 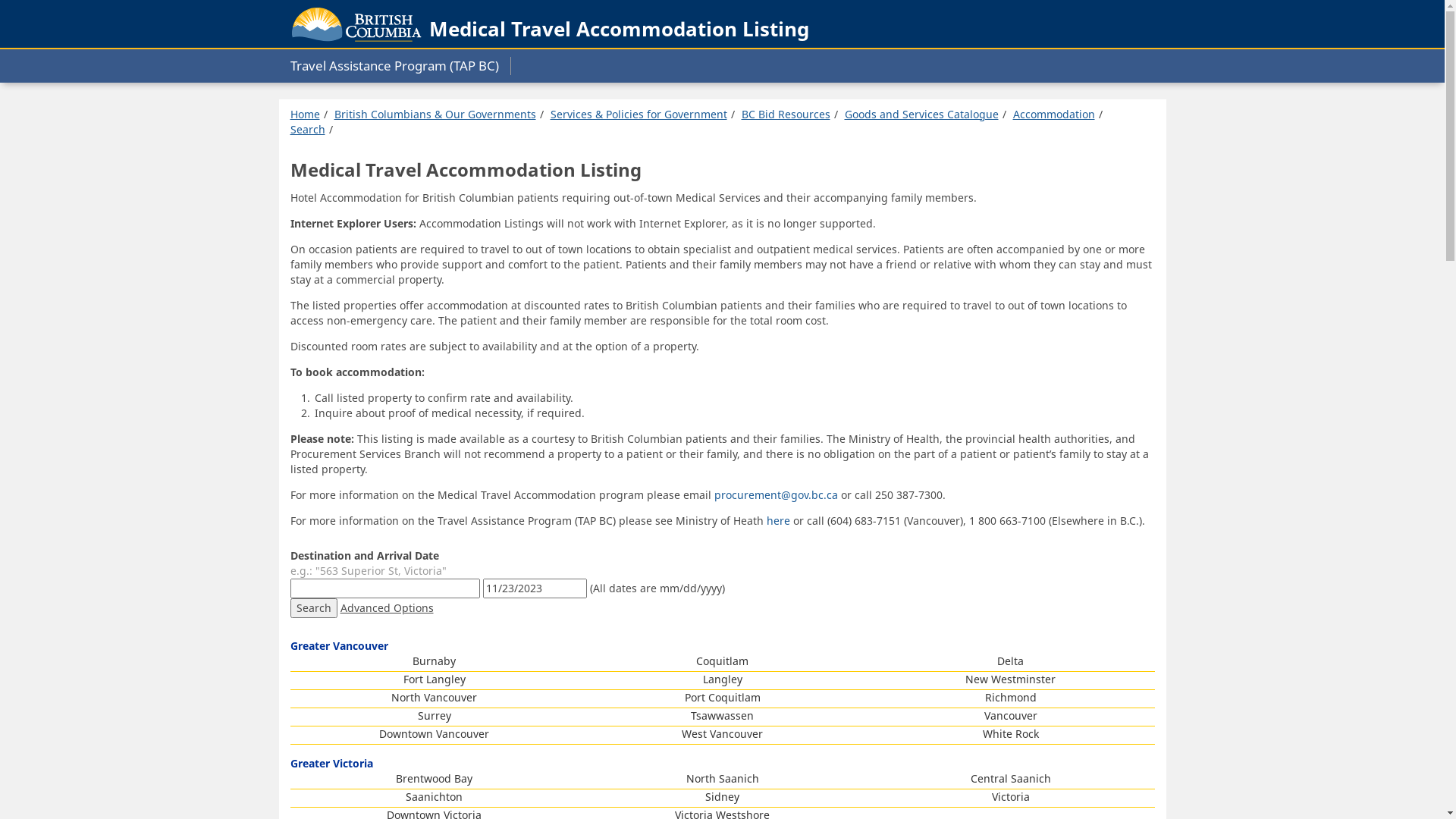 I want to click on 'Sidney', so click(x=721, y=795).